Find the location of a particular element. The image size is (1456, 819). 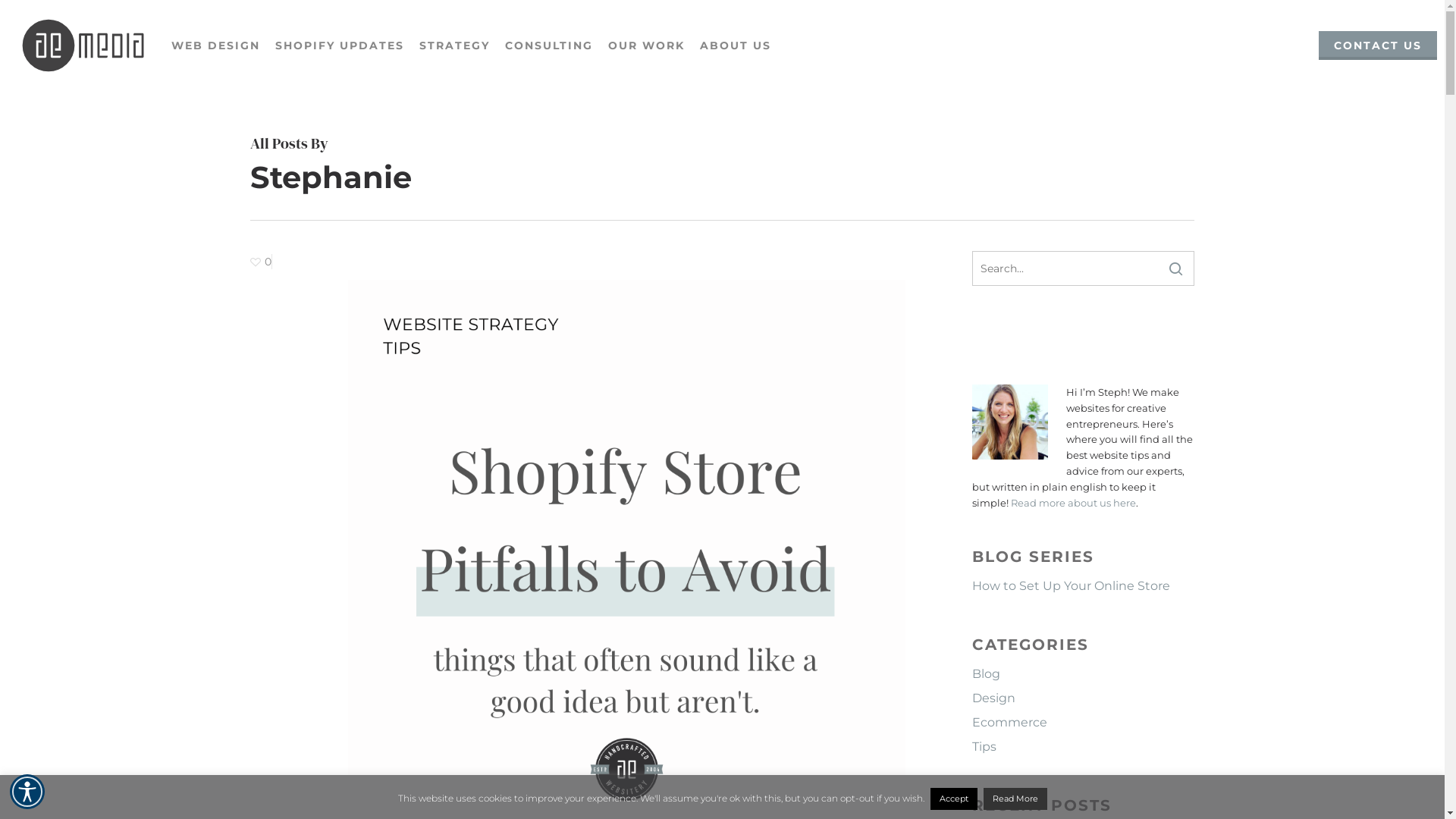

'WEB DESIGN' is located at coordinates (215, 45).